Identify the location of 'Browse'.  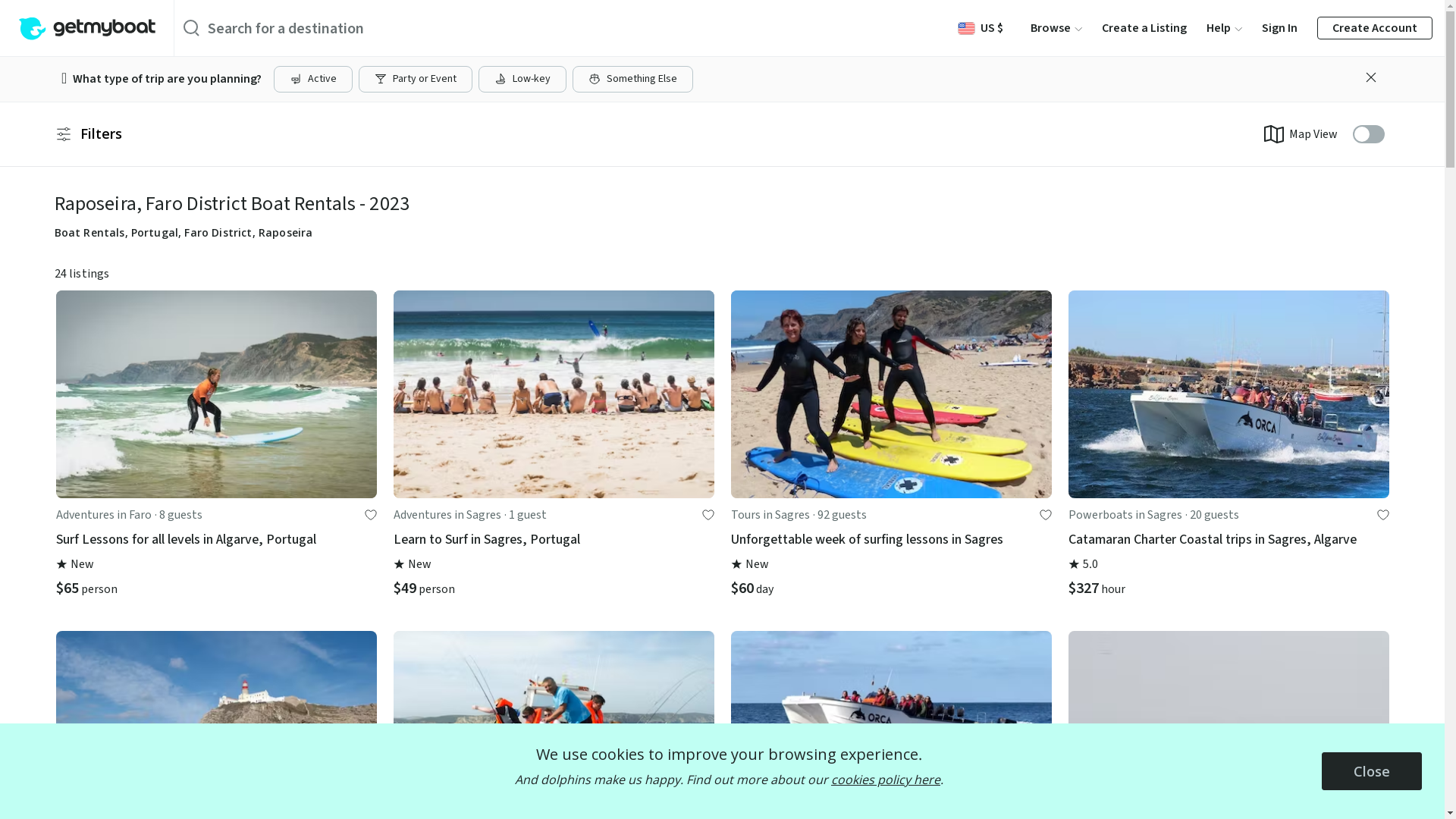
(1030, 28).